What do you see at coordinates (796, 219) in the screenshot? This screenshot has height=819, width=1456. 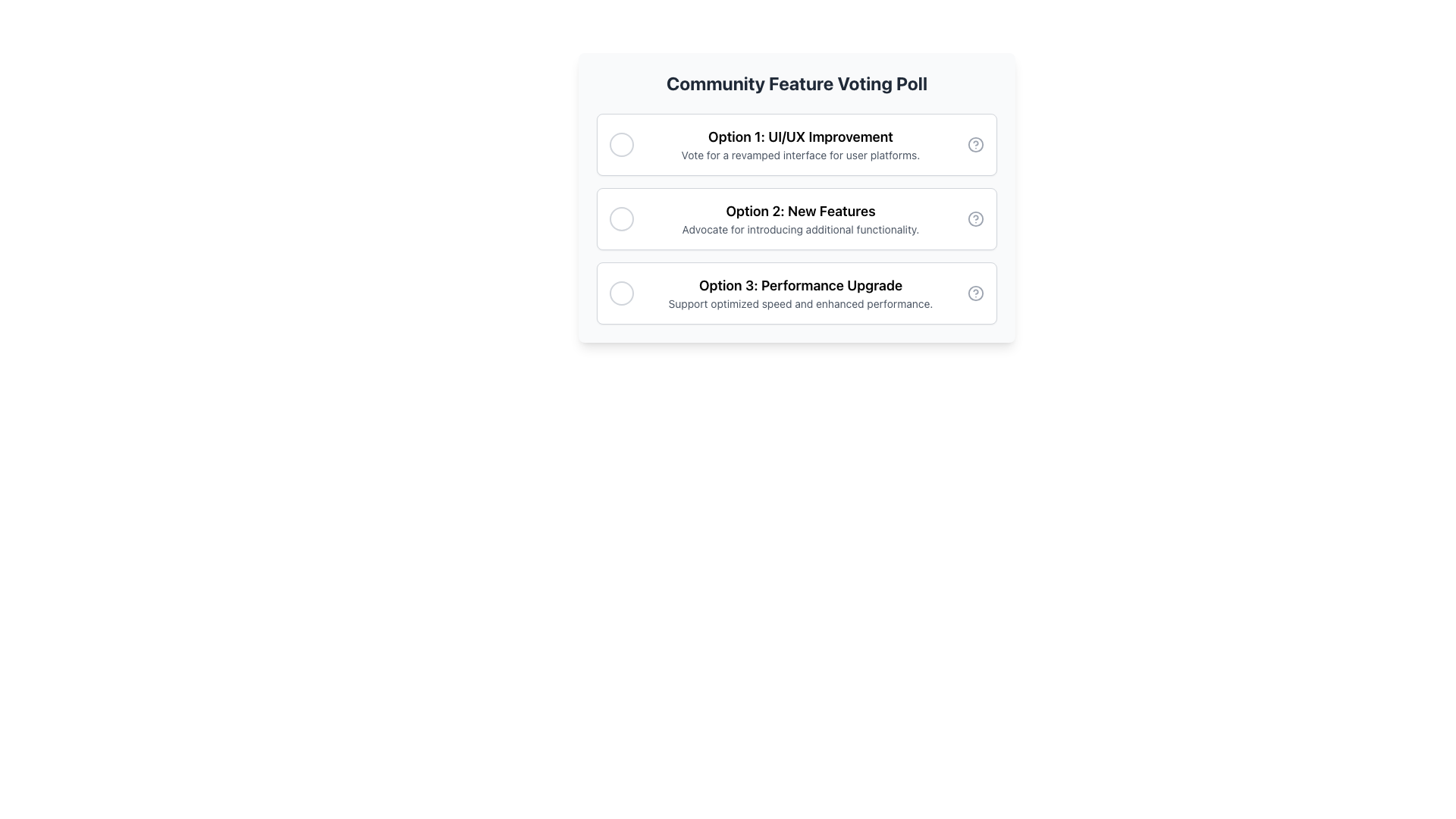 I see `the selectable poll option 'Option 2: New Features' in the 'Community Feature Voting Poll'` at bounding box center [796, 219].